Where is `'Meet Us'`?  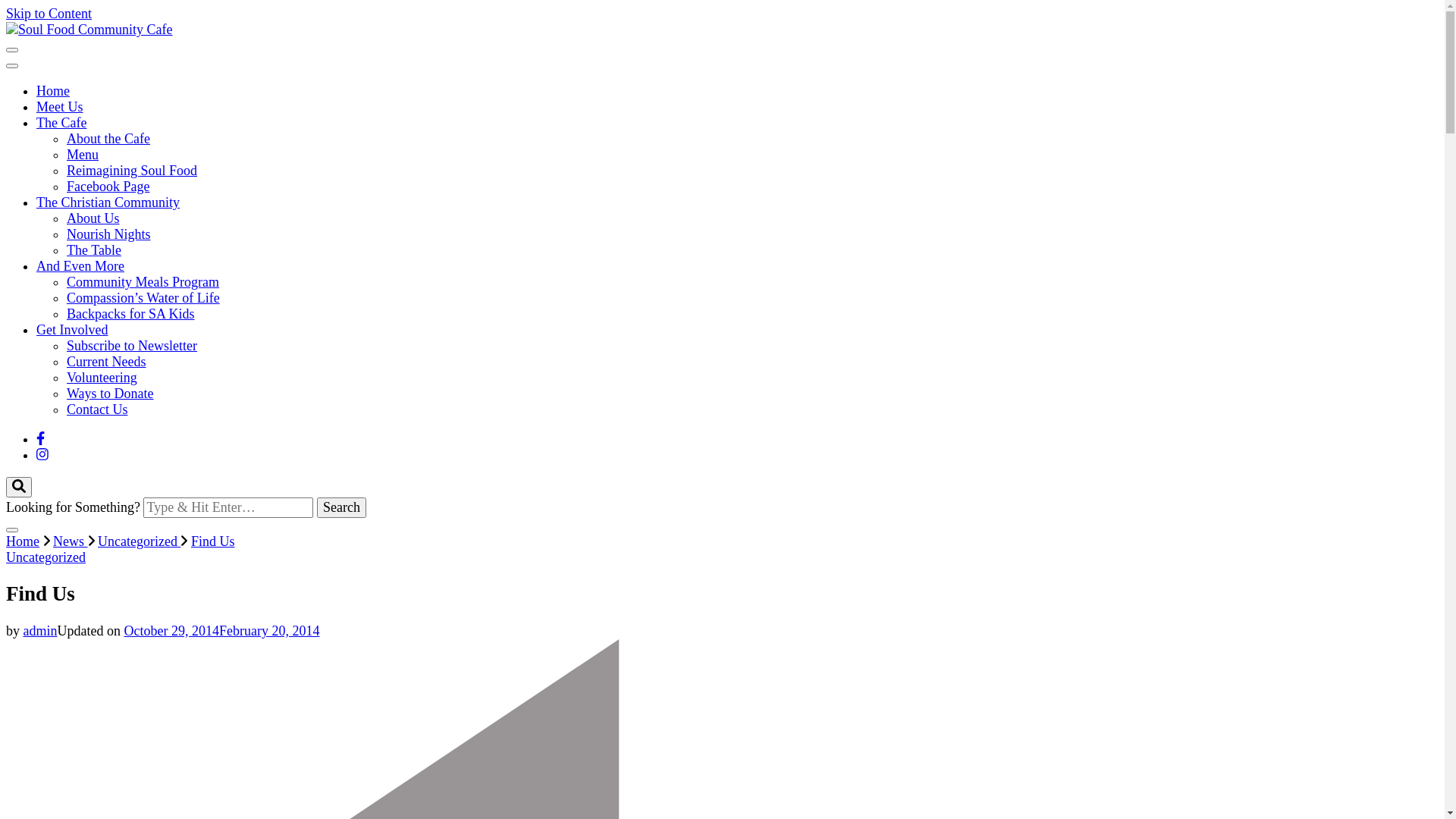
'Meet Us' is located at coordinates (59, 106).